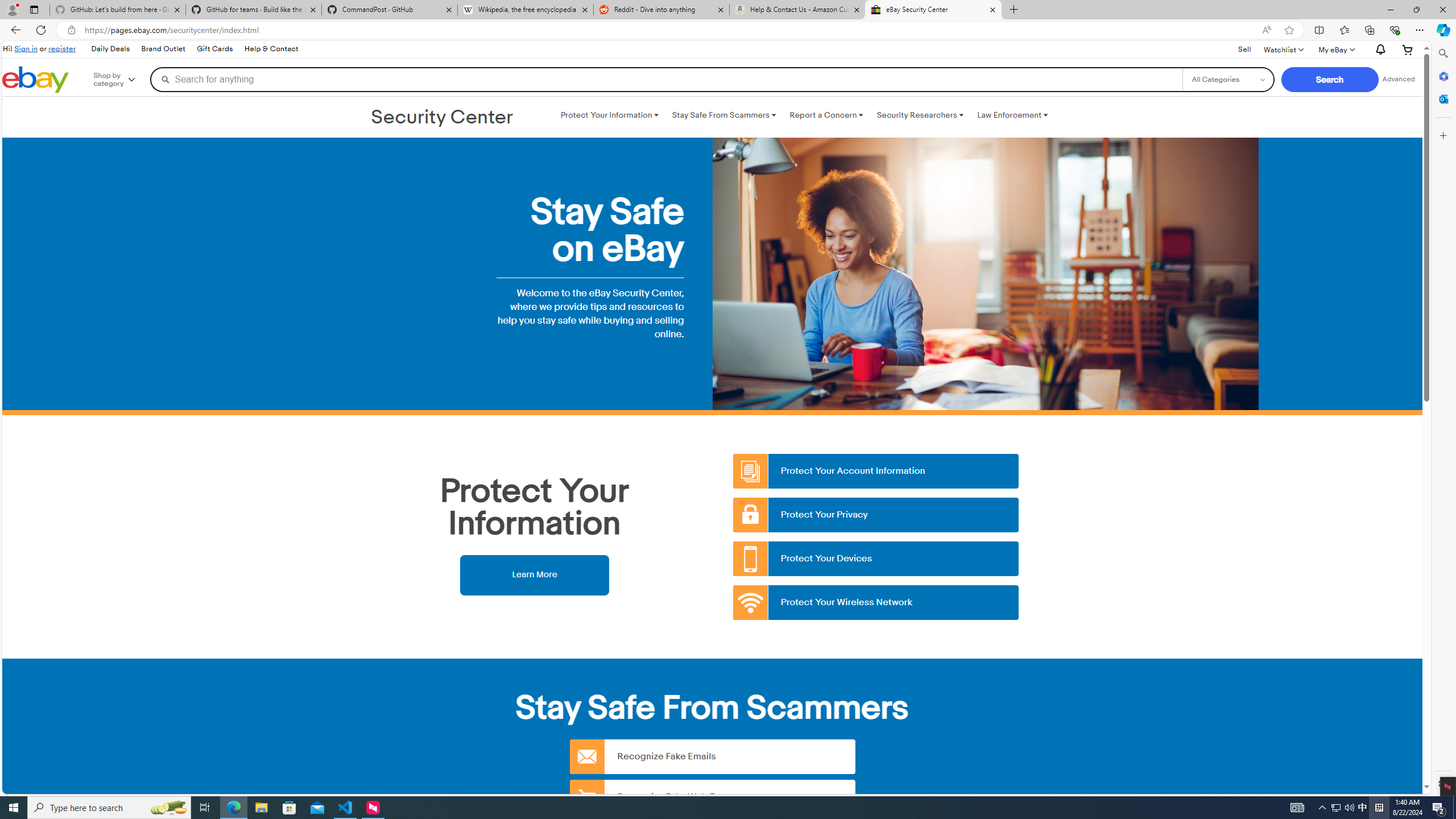 The image size is (1456, 819). Describe the element at coordinates (665, 78) in the screenshot. I see `'Search for anything'` at that location.